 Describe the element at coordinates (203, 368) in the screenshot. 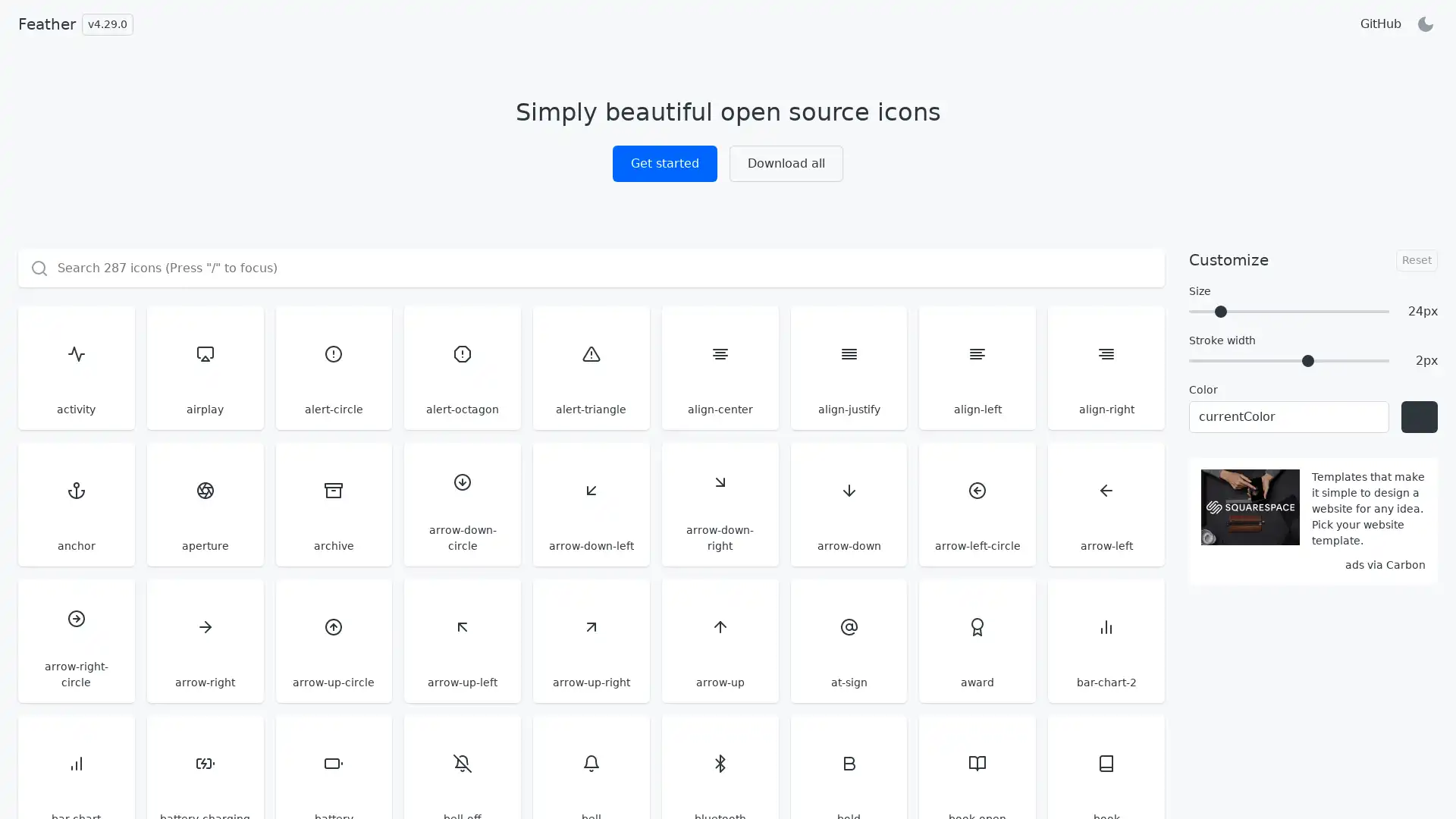

I see `airplay` at that location.